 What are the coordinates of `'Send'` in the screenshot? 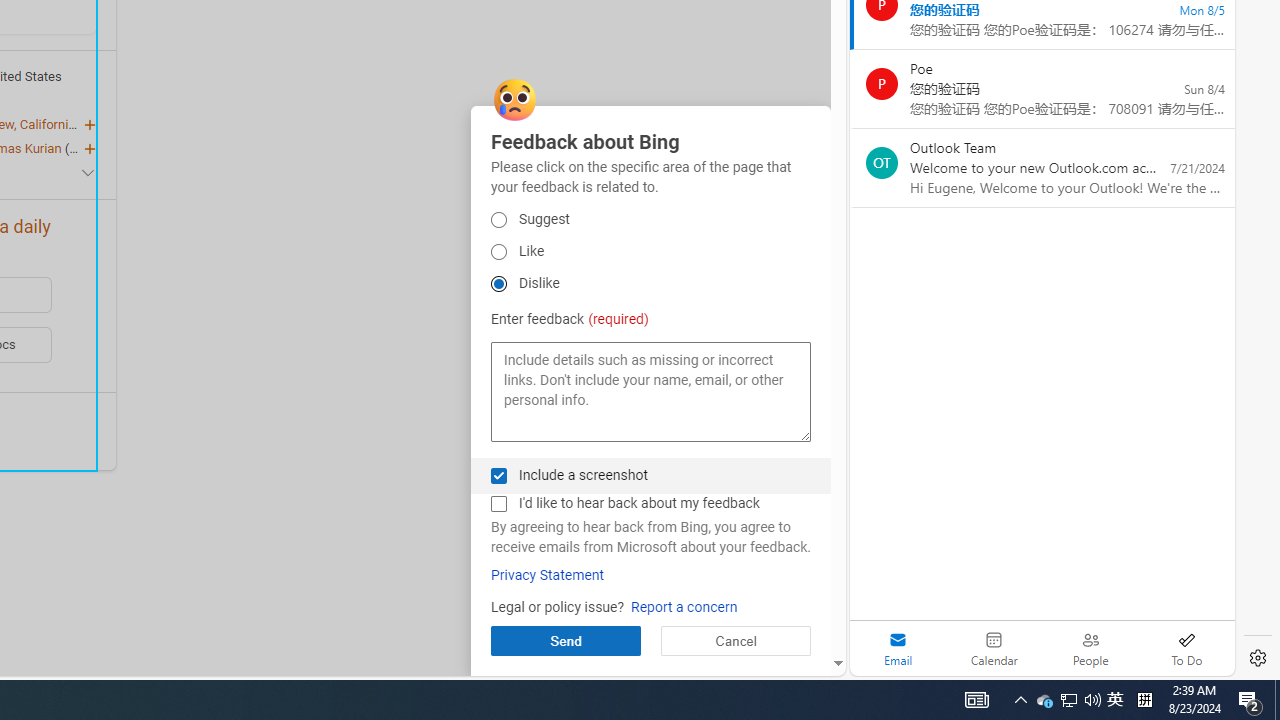 It's located at (565, 640).